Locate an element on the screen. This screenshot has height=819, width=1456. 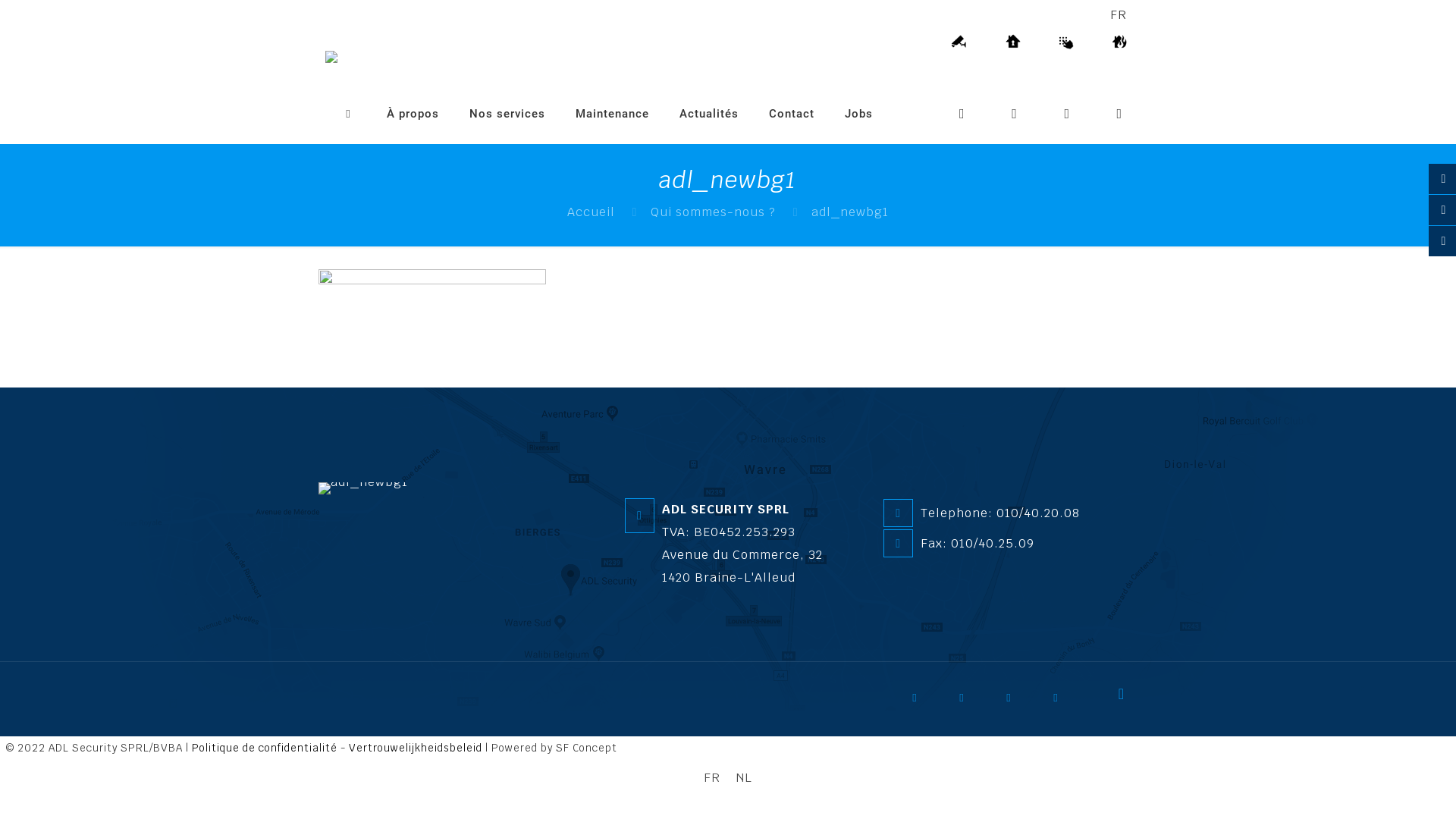
'Twitter' is located at coordinates (971, 702).